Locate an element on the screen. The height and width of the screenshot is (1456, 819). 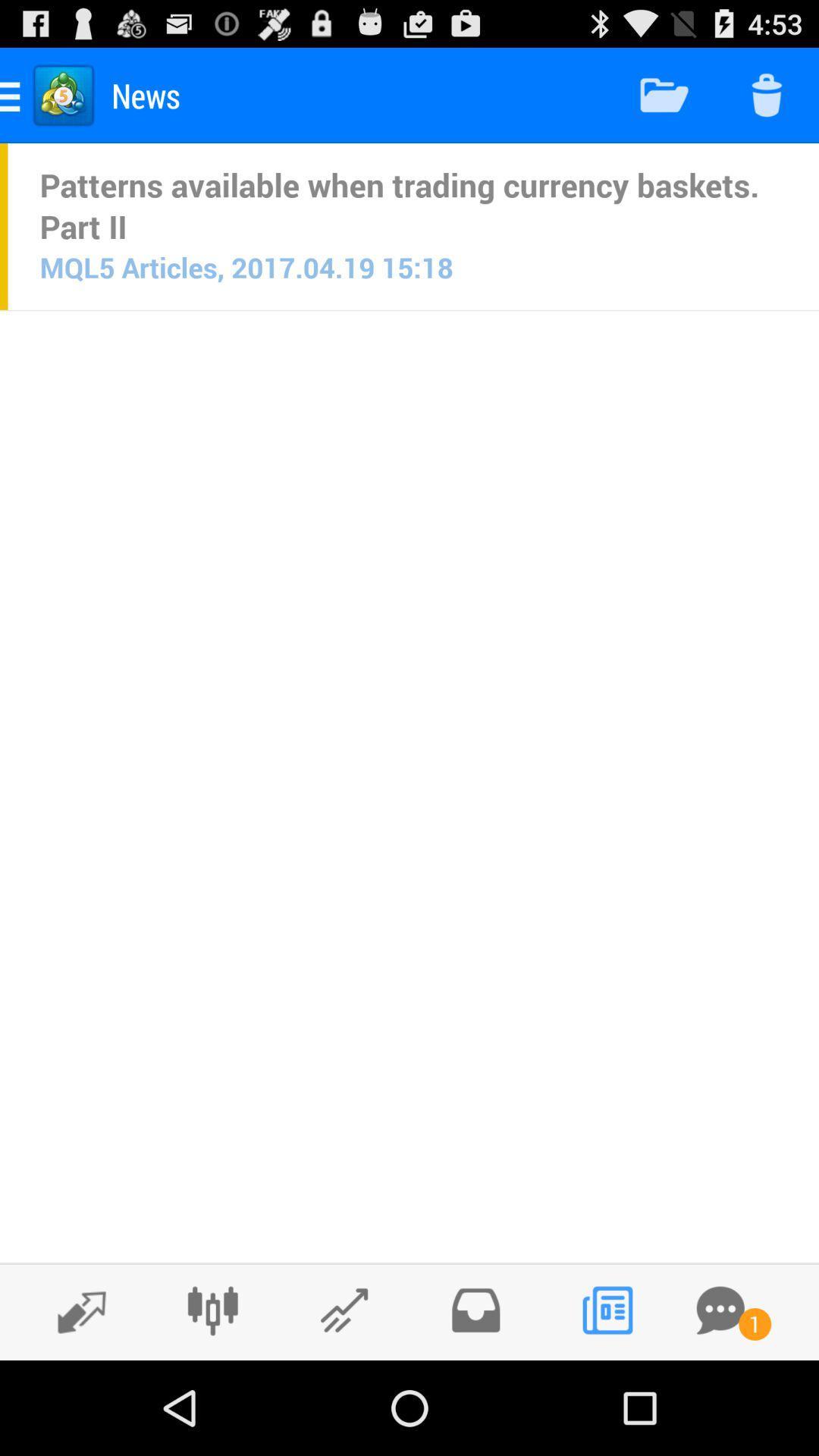
item above mql5 articles 2017 item is located at coordinates (413, 205).